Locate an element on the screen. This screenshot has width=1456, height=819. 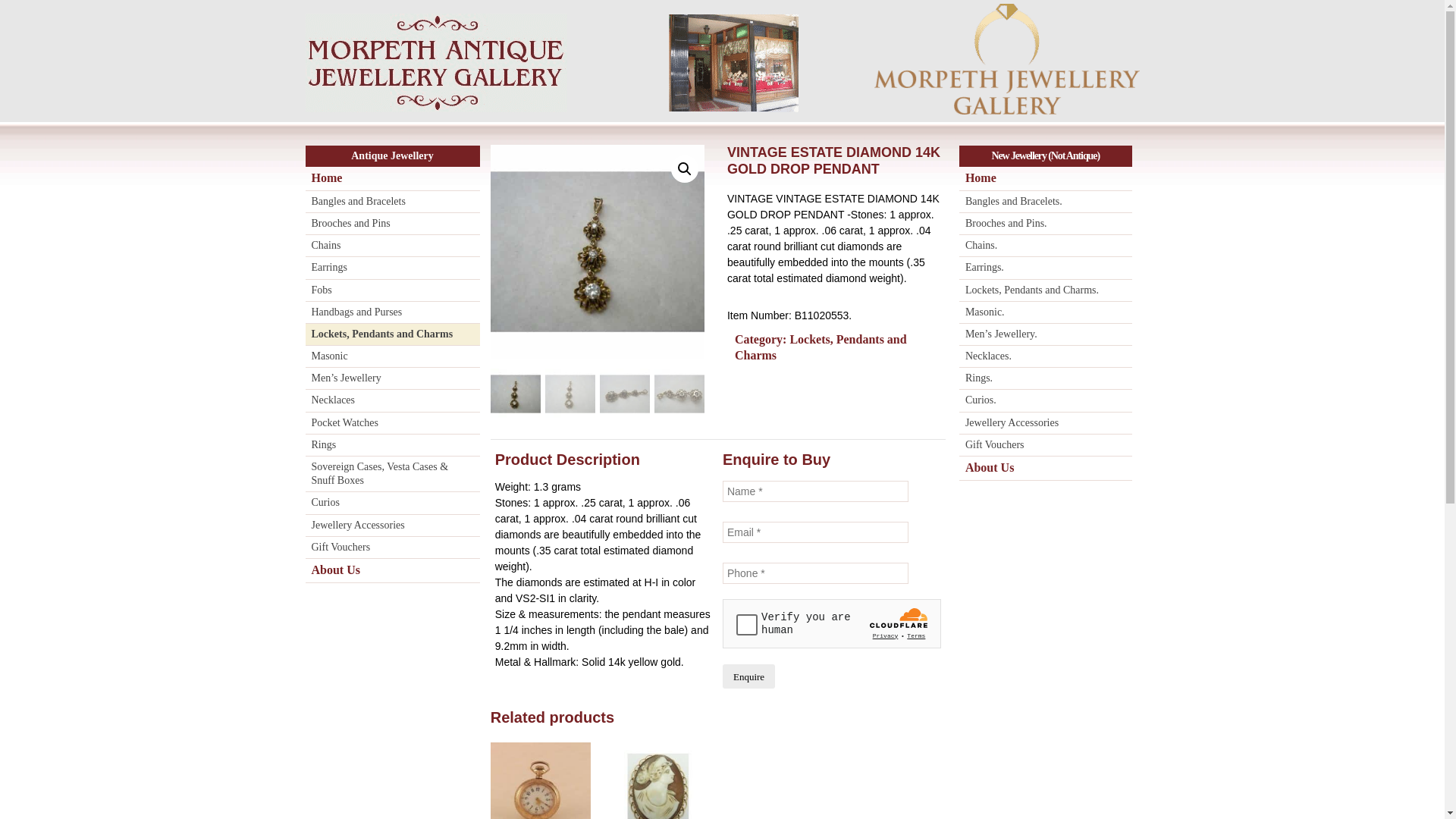
'Fobs' is located at coordinates (392, 290).